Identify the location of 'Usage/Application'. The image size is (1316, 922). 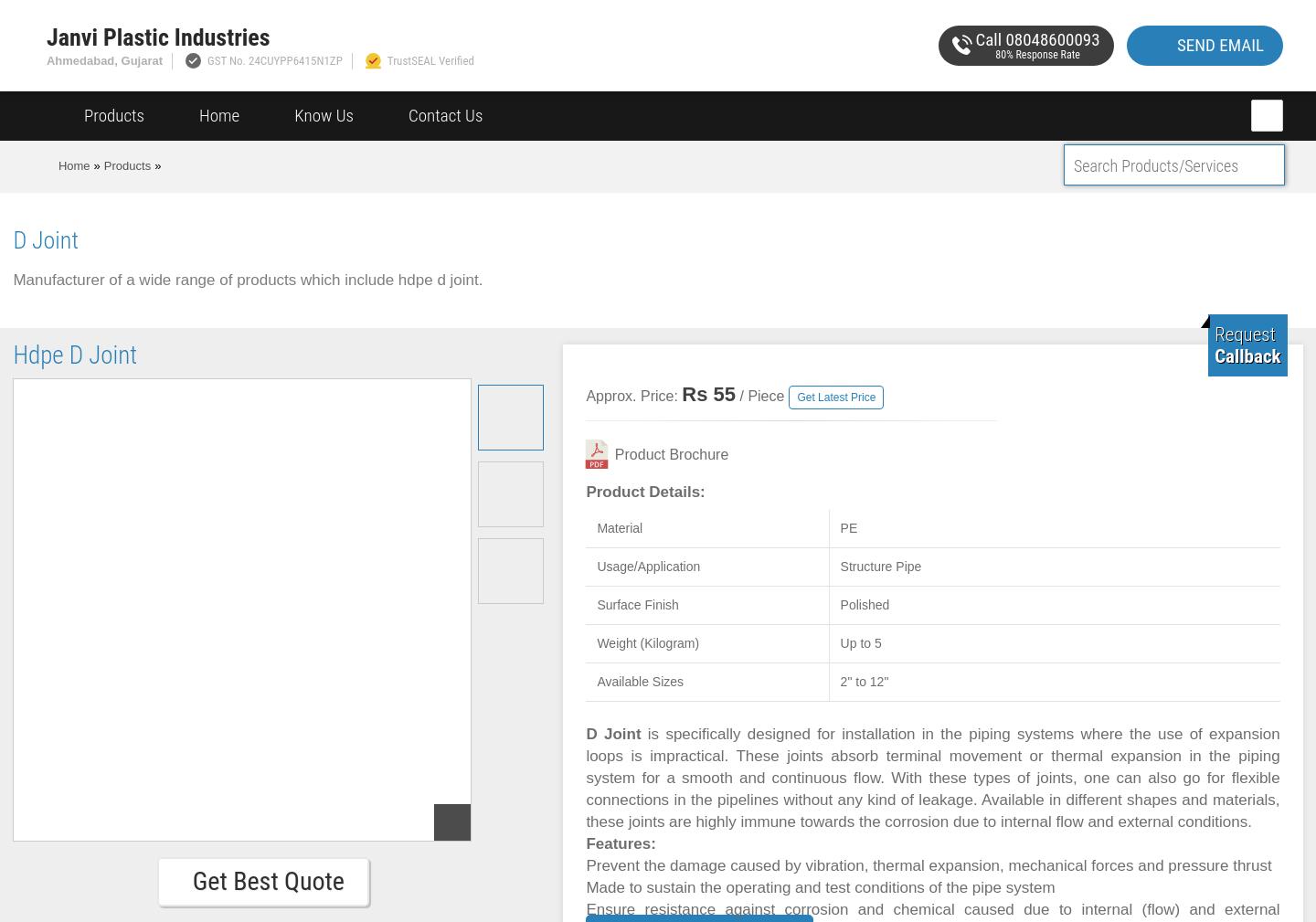
(648, 567).